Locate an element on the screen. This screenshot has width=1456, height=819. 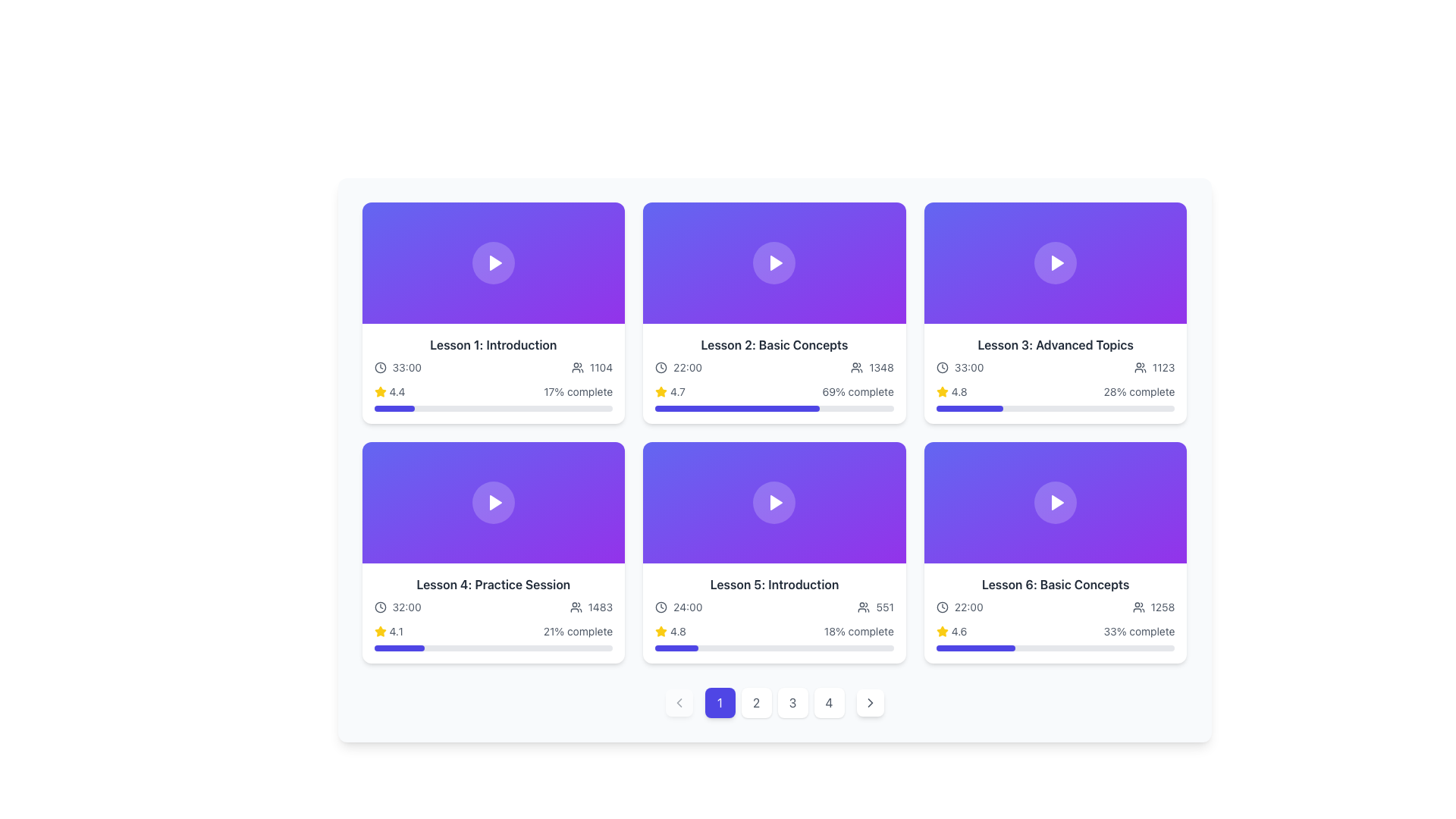
the horizontal progress bar with a purple filled segment located in the bottom section of the third card in the top row of a grid-based layout is located at coordinates (968, 408).